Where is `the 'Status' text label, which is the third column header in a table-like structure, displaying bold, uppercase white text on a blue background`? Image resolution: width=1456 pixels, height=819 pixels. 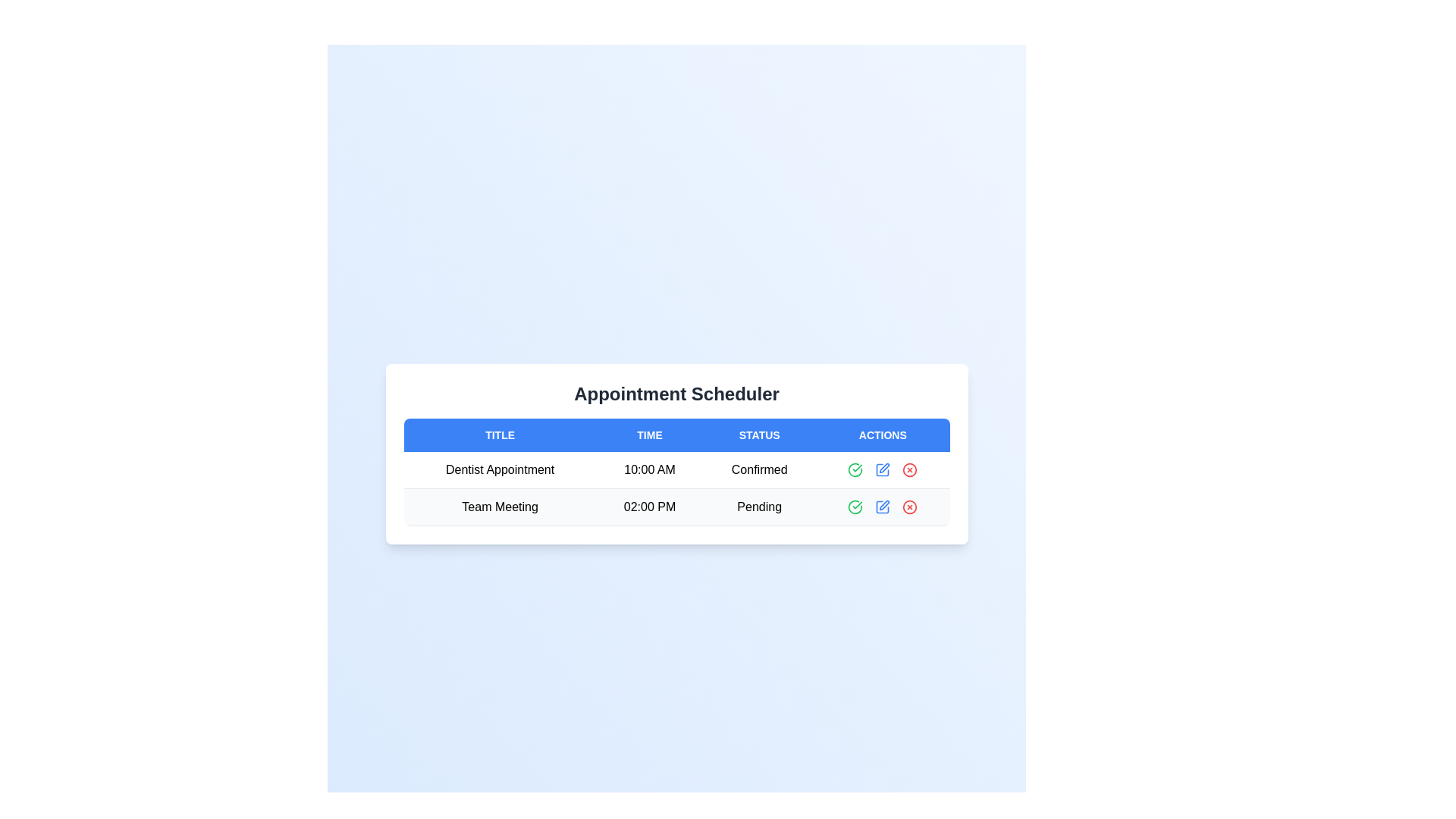
the 'Status' text label, which is the third column header in a table-like structure, displaying bold, uppercase white text on a blue background is located at coordinates (759, 435).